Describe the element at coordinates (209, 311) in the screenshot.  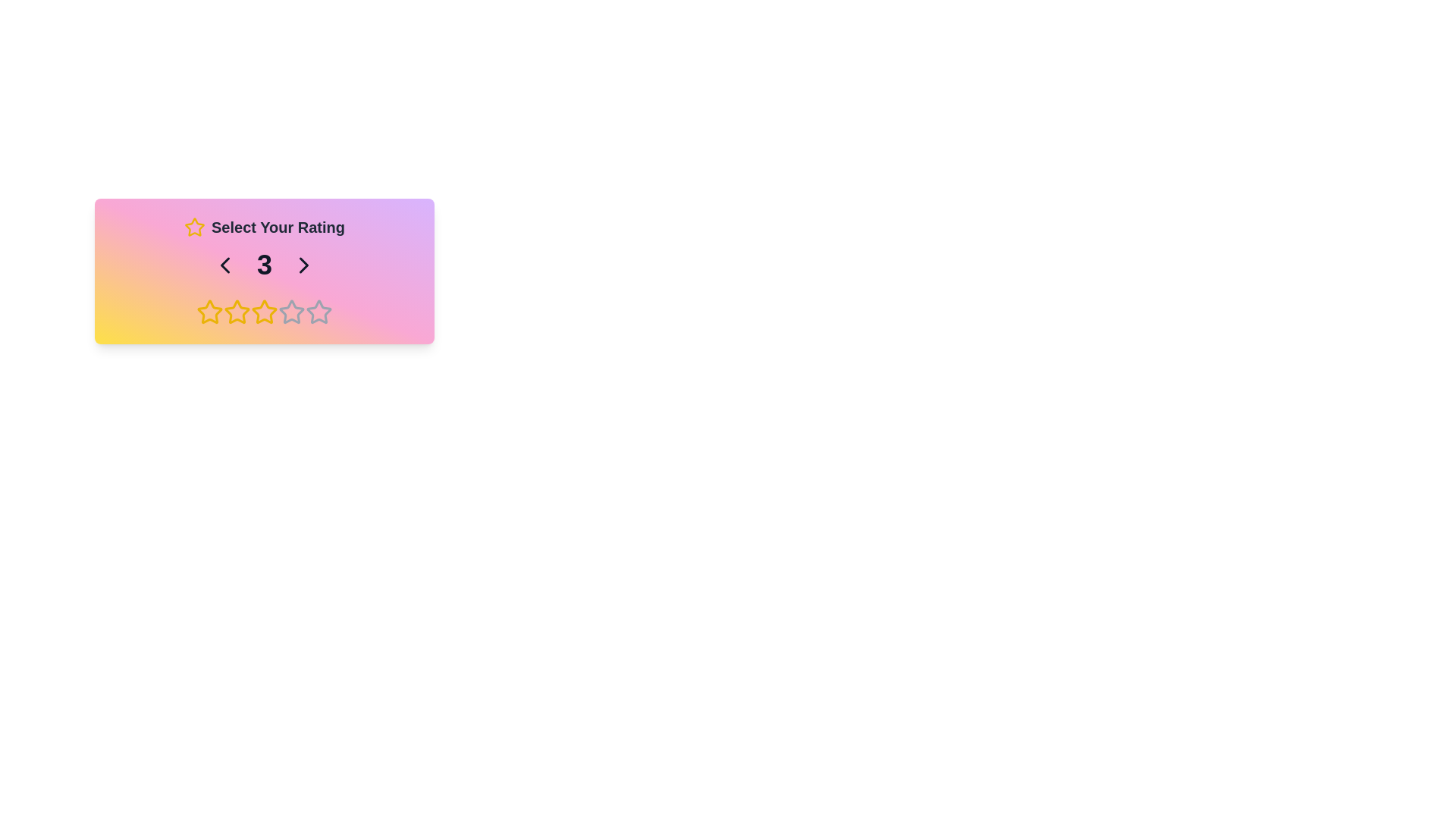
I see `the first star-shaped rating icon with a yellow outline` at that location.